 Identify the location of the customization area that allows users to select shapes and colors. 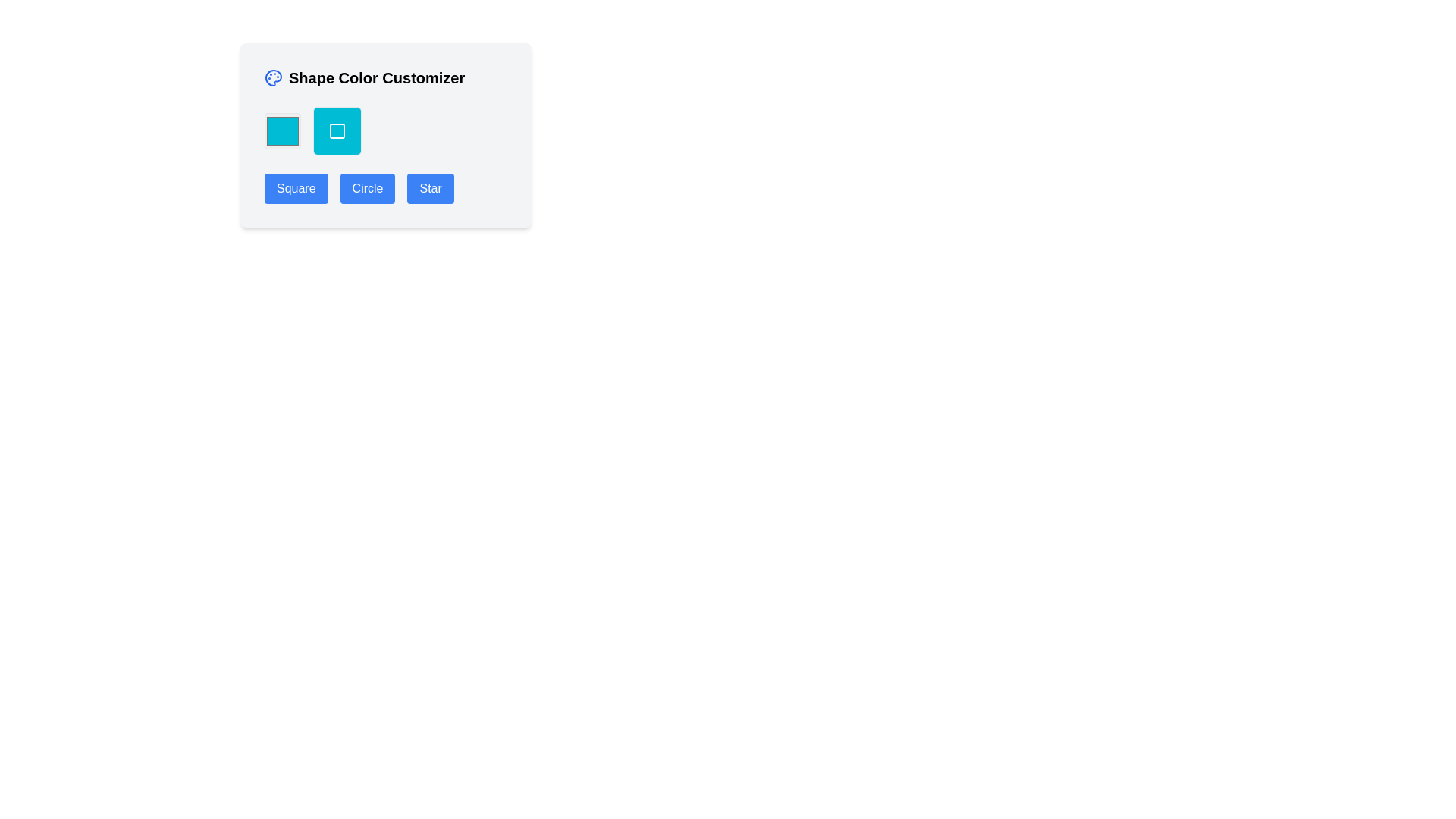
(385, 134).